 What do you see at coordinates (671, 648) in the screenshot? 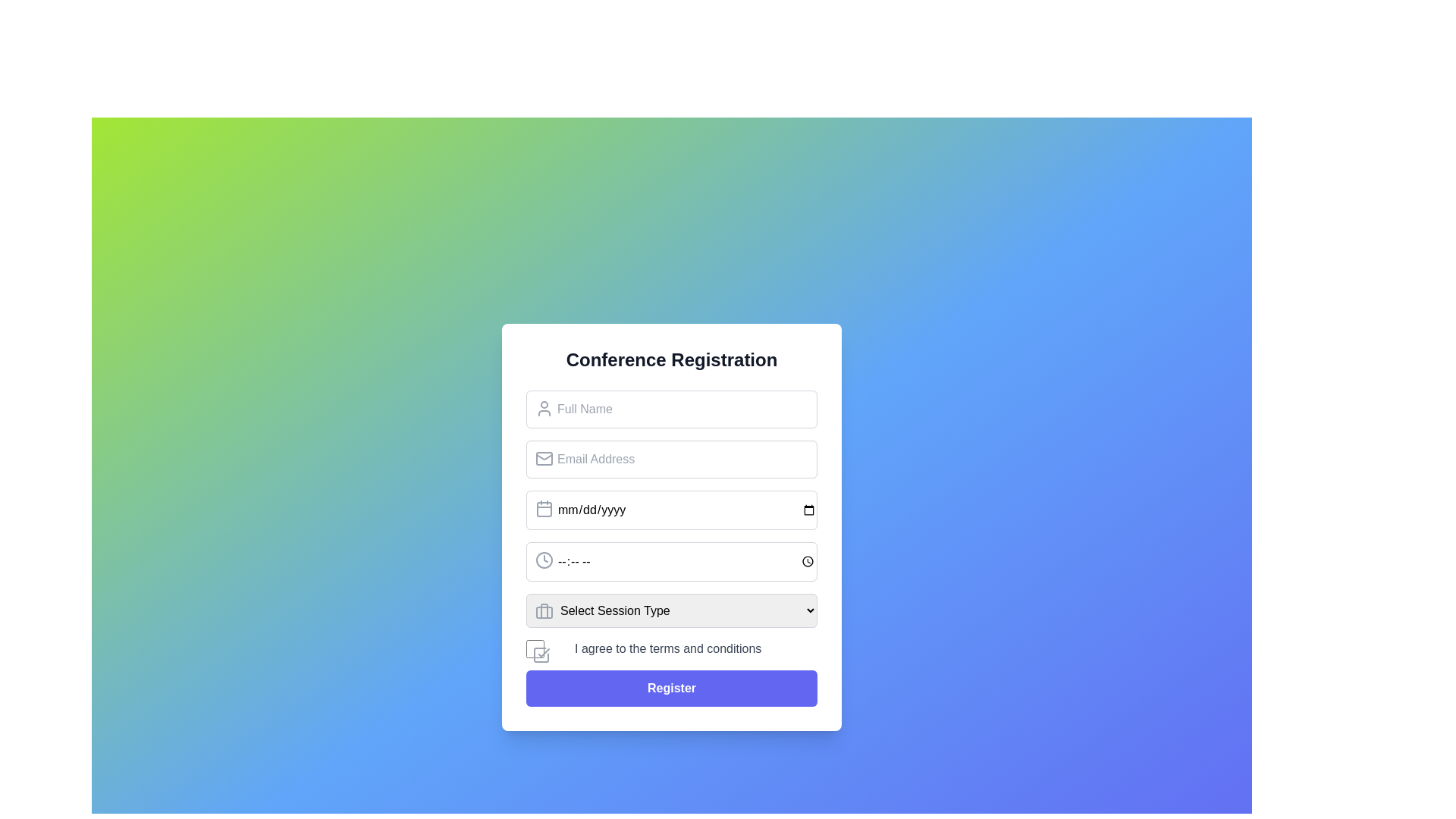
I see `the checkbox labeled 'I agree to the terms and conditions'` at bounding box center [671, 648].